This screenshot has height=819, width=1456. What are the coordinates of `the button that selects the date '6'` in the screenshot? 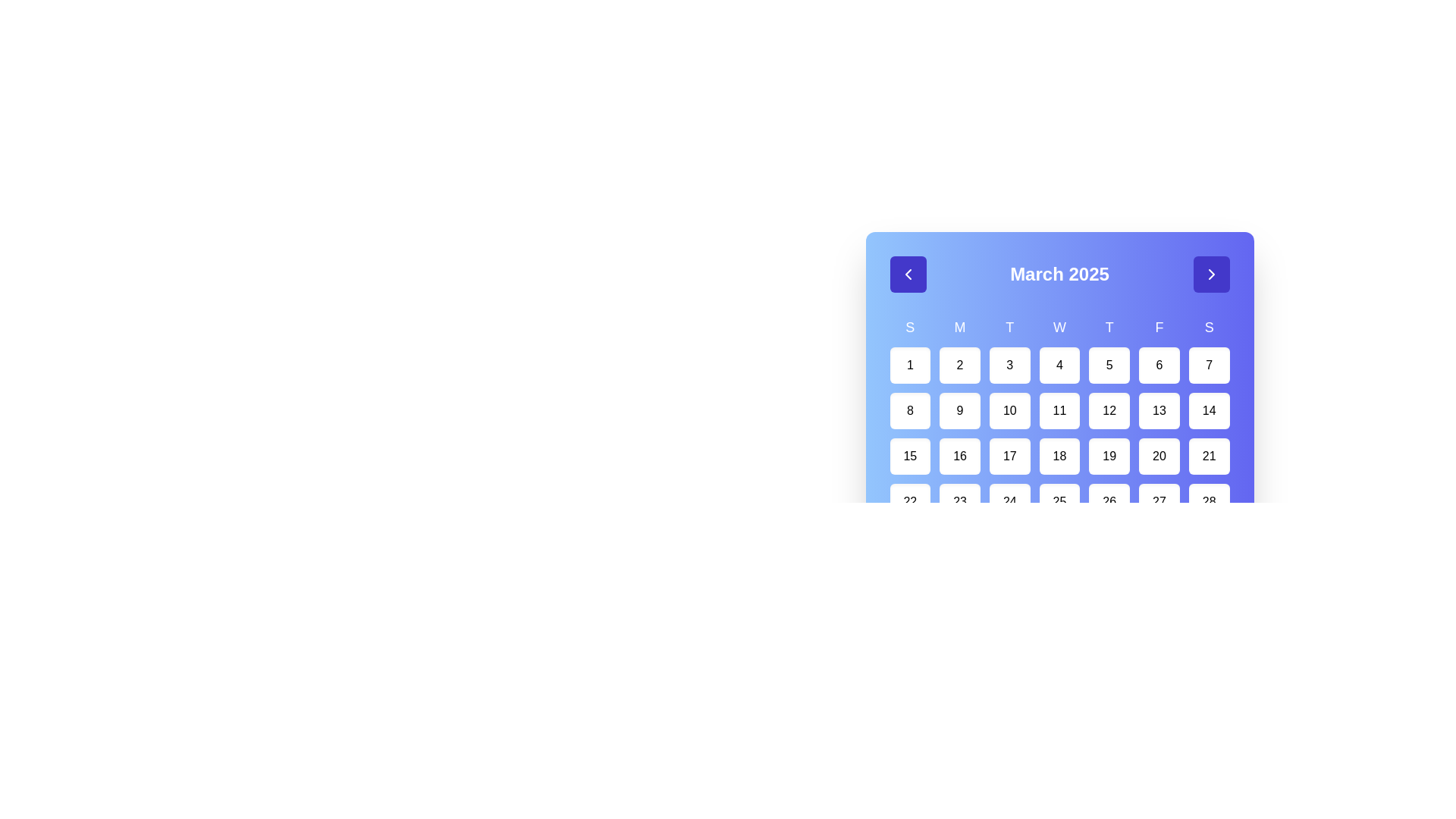 It's located at (1158, 366).